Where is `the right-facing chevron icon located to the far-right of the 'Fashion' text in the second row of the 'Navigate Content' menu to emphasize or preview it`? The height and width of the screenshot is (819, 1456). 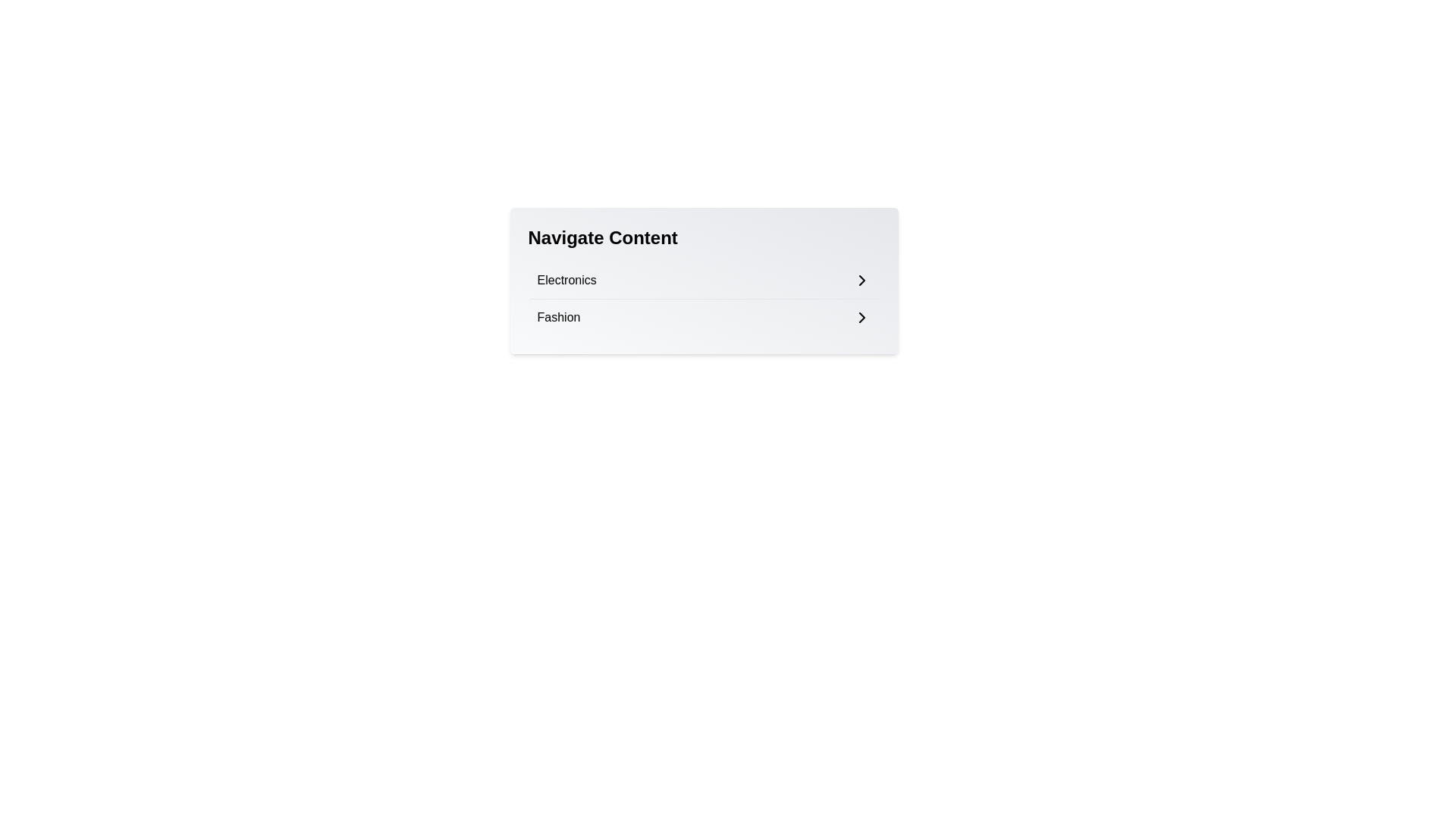
the right-facing chevron icon located to the far-right of the 'Fashion' text in the second row of the 'Navigate Content' menu to emphasize or preview it is located at coordinates (861, 317).